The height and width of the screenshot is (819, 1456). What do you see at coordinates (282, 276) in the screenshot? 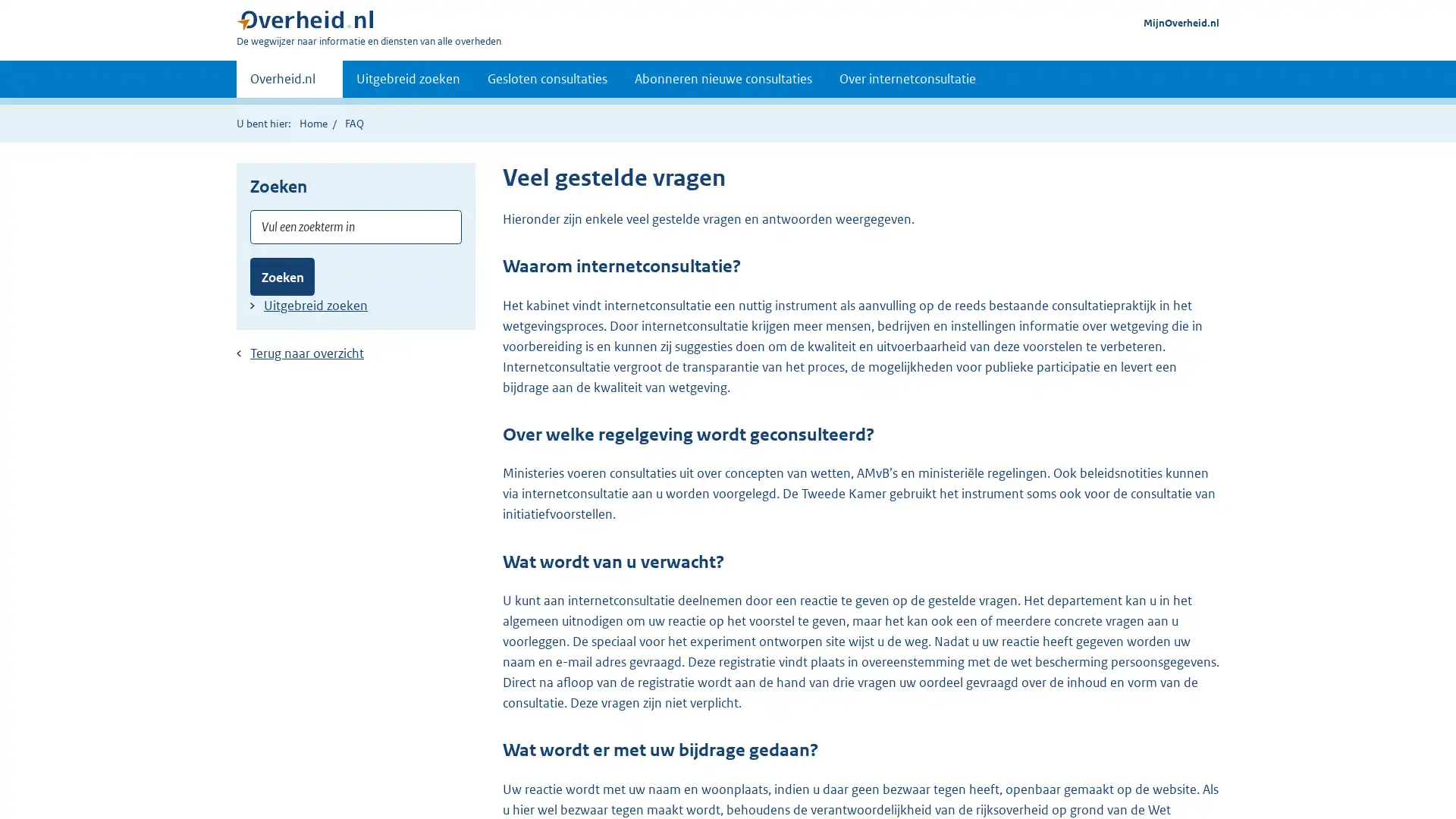
I see `Zoeken` at bounding box center [282, 276].